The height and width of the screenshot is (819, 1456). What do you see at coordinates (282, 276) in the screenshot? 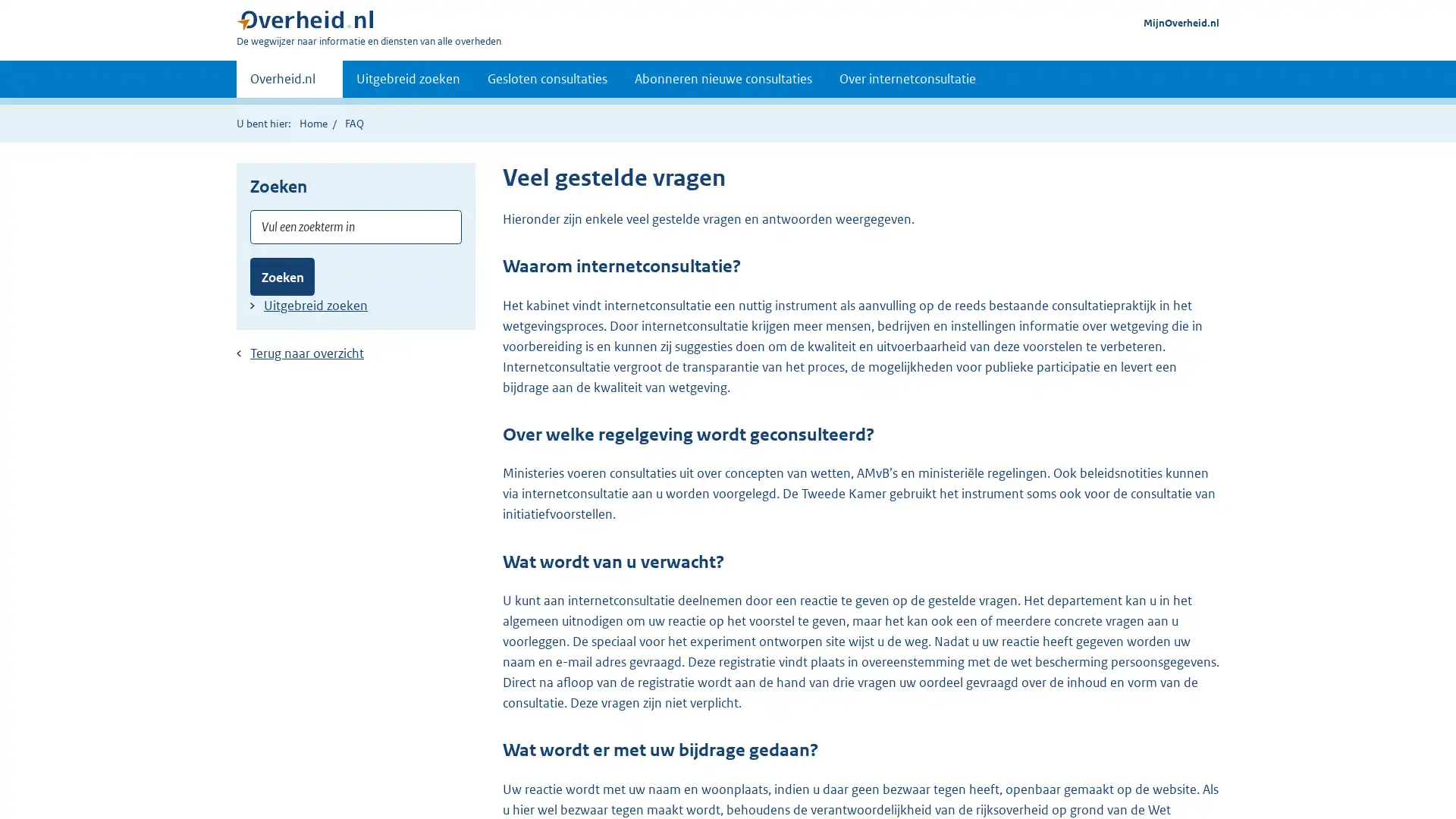
I see `Zoeken` at bounding box center [282, 276].